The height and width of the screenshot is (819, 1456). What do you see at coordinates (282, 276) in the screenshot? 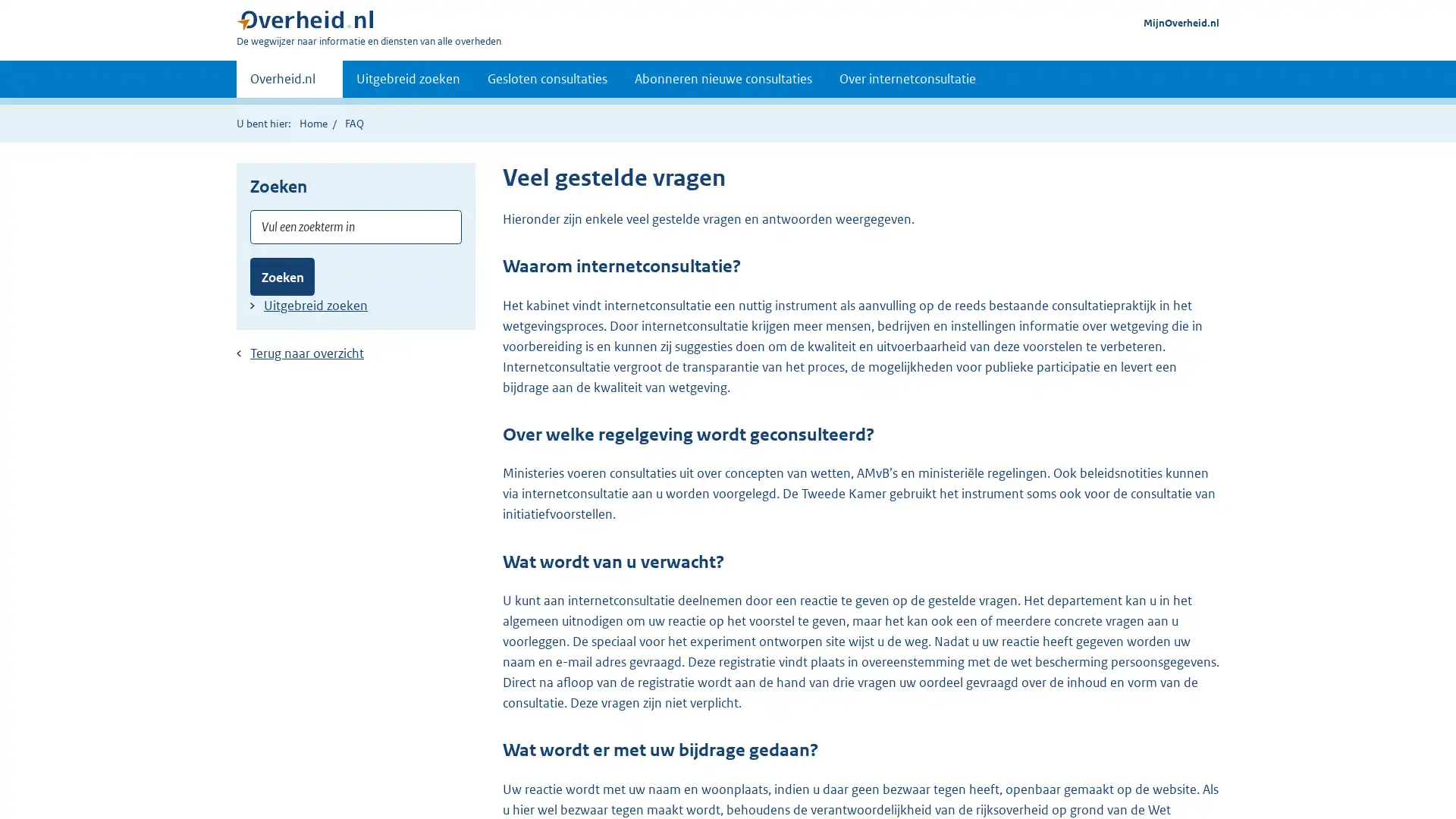
I see `Zoeken` at bounding box center [282, 276].